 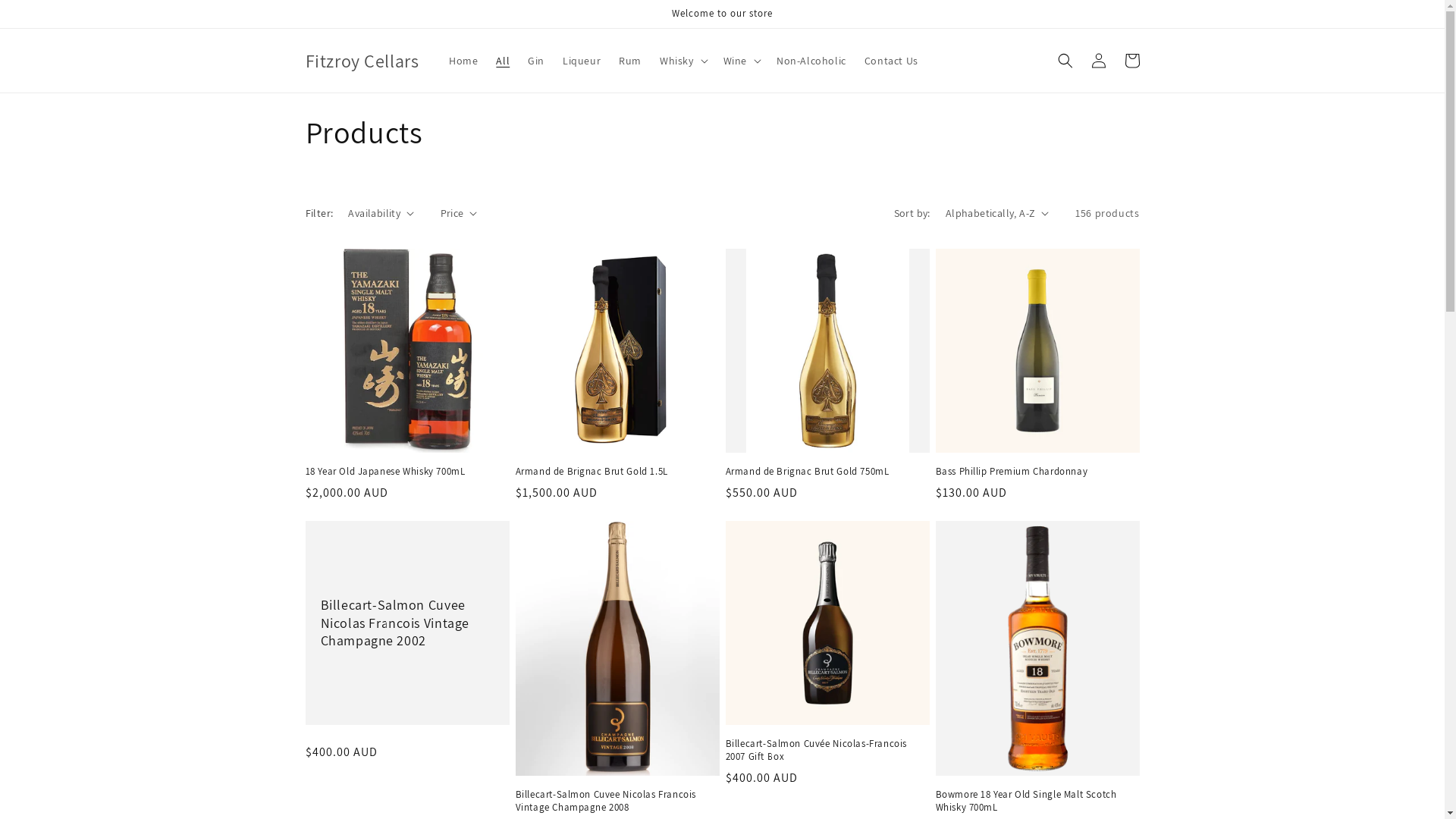 I want to click on 'Contact Us', so click(x=891, y=60).